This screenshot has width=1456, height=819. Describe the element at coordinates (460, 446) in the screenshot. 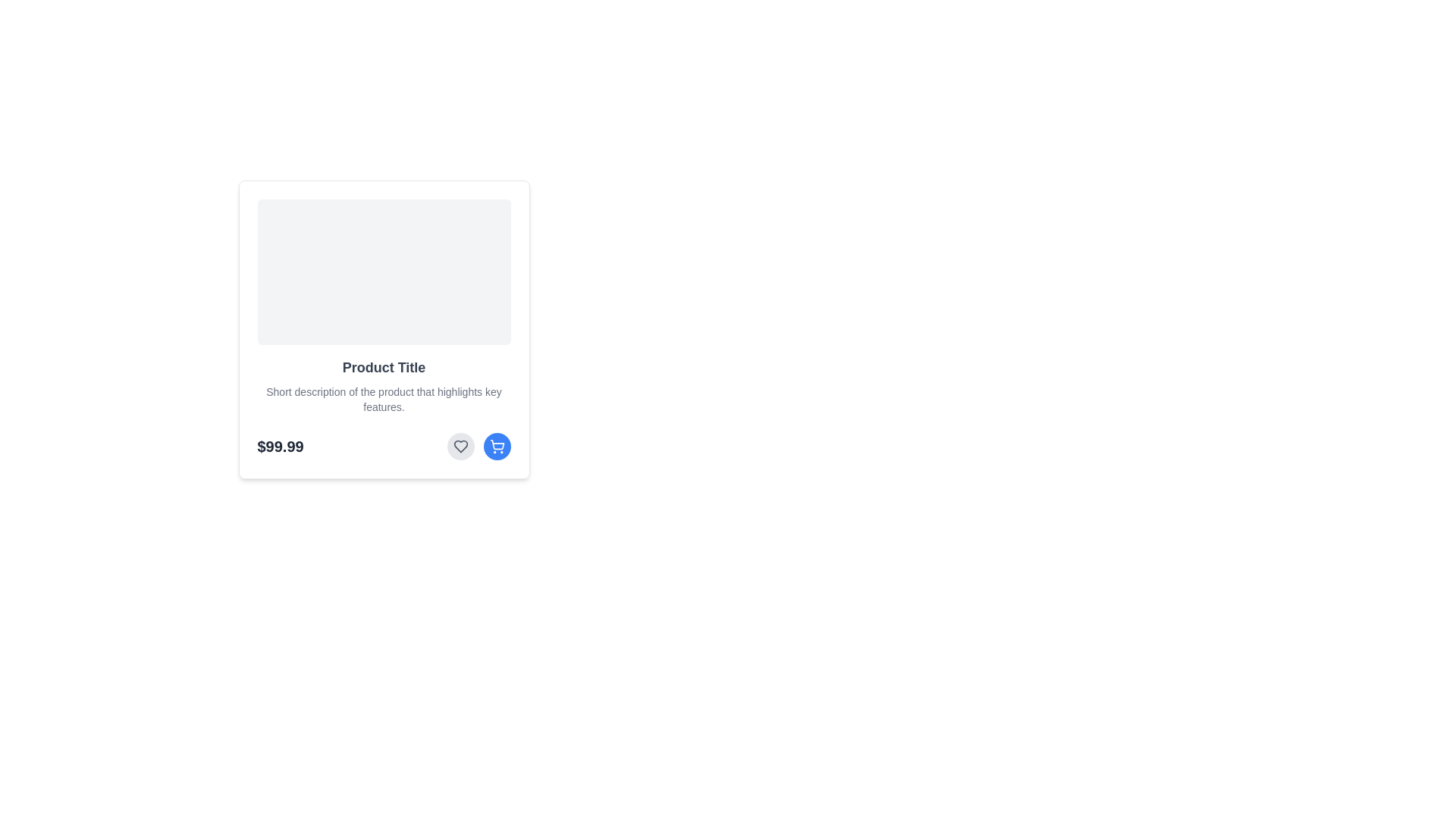

I see `the heart-shaped icon button with a gray outline in a light gray circular background` at that location.